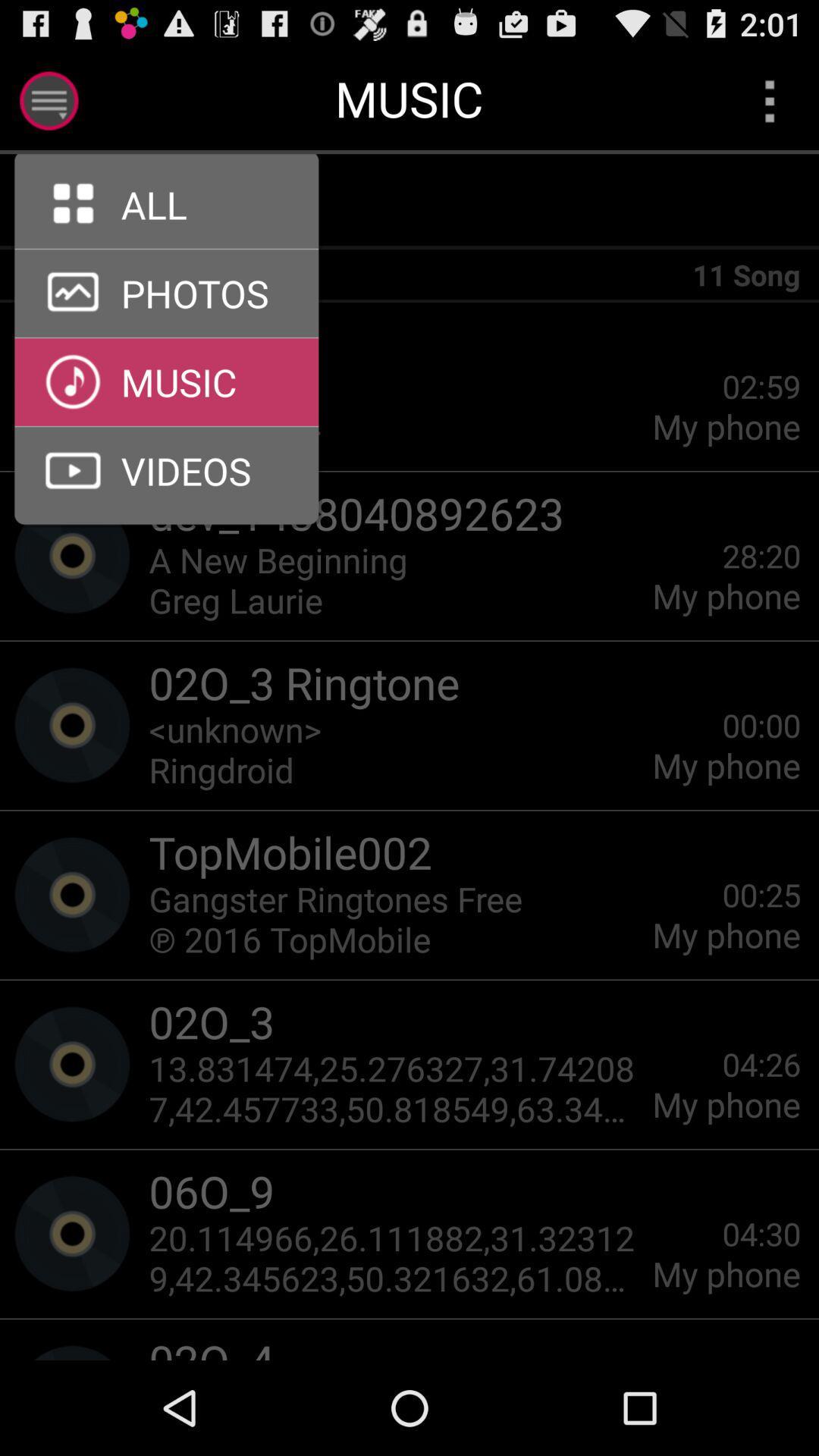  What do you see at coordinates (48, 107) in the screenshot?
I see `the menu icon` at bounding box center [48, 107].